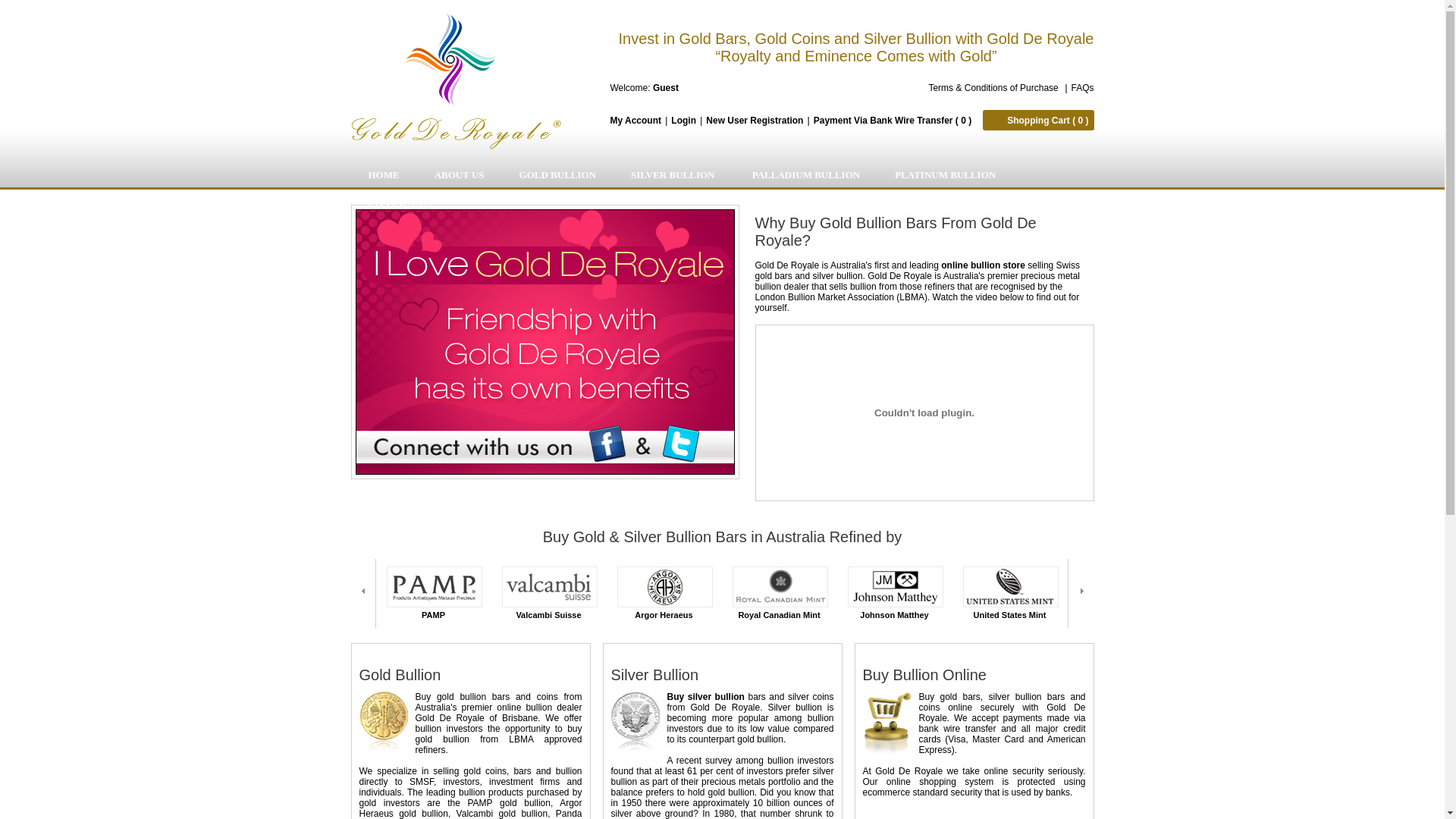 The width and height of the screenshot is (1456, 819). I want to click on 'Terms & Conditions of Purchase', so click(927, 87).